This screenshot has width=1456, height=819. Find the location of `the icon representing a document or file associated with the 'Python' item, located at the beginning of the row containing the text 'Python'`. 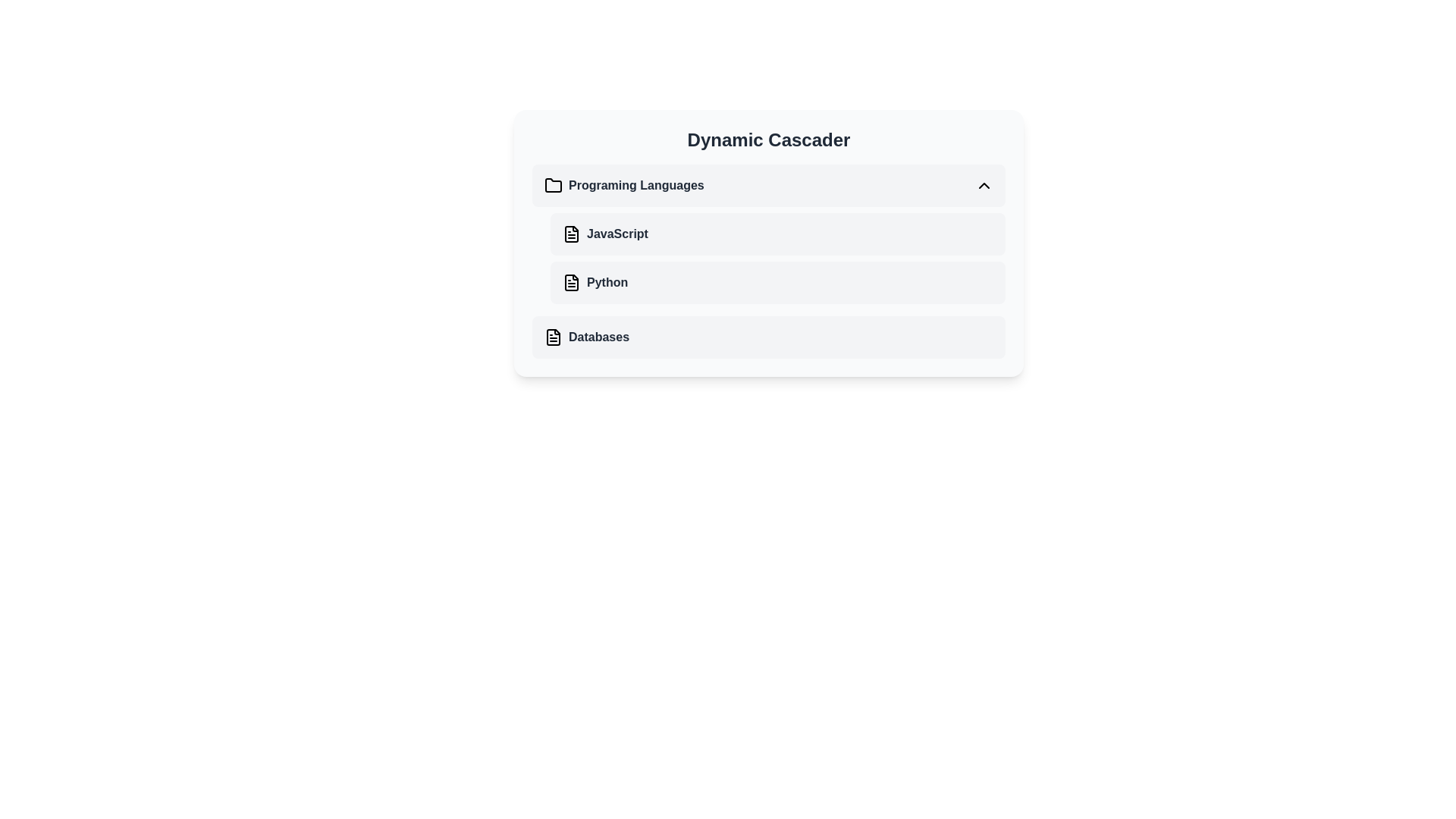

the icon representing a document or file associated with the 'Python' item, located at the beginning of the row containing the text 'Python' is located at coordinates (570, 283).